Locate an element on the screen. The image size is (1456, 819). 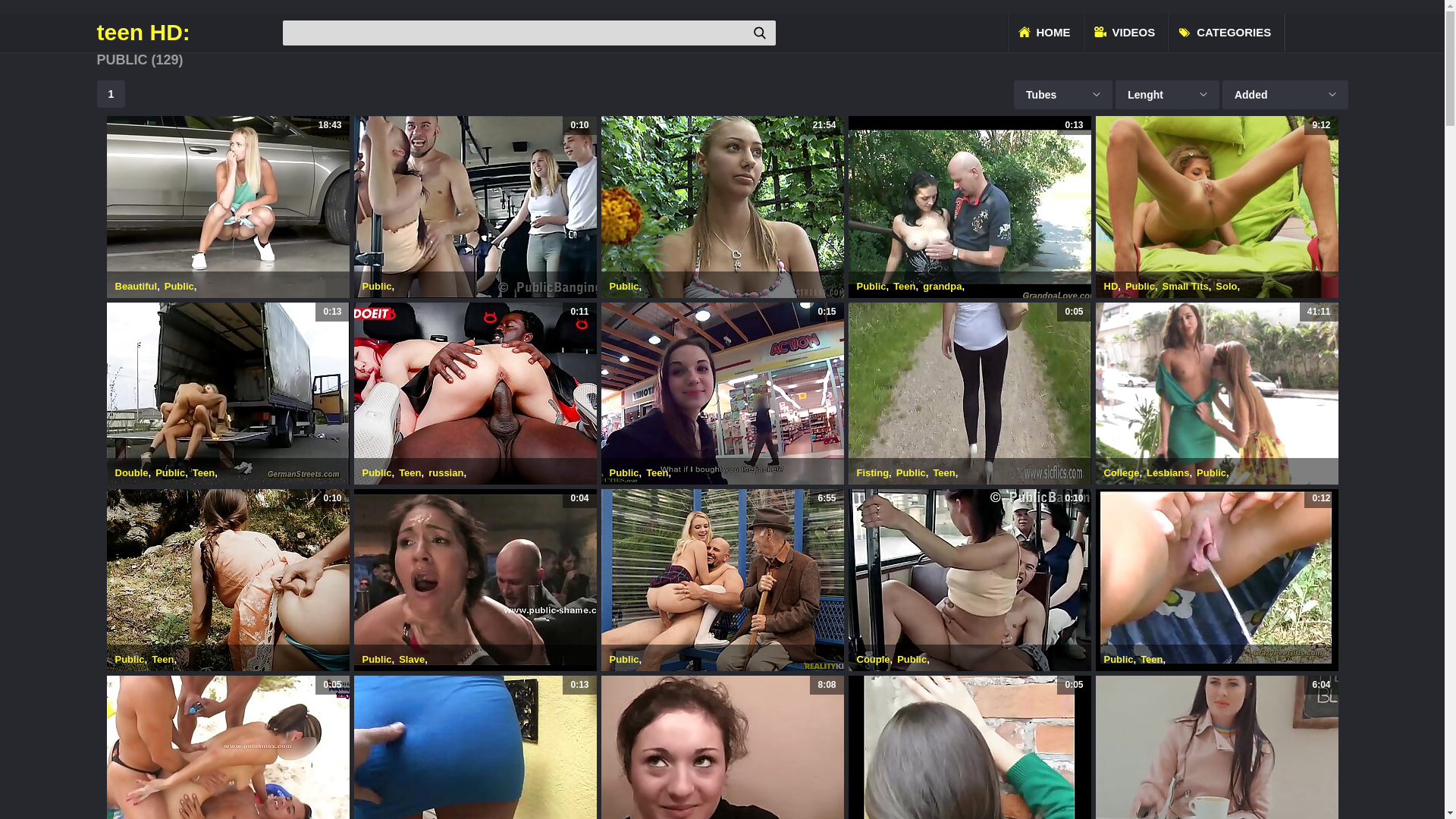
'College' is located at coordinates (1122, 472).